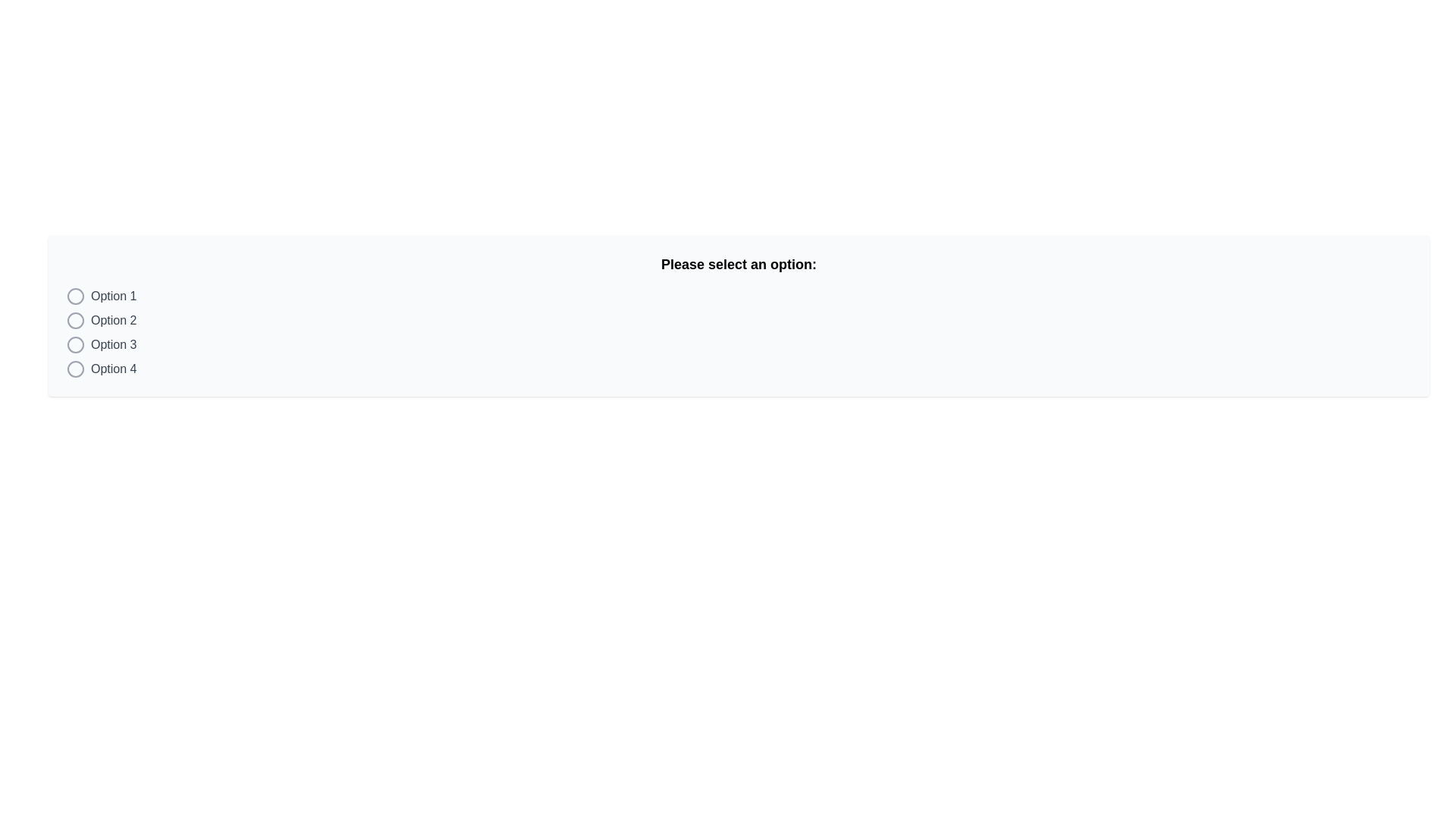 The height and width of the screenshot is (819, 1456). What do you see at coordinates (75, 345) in the screenshot?
I see `the radio button component located beside the label 'Option 3'` at bounding box center [75, 345].